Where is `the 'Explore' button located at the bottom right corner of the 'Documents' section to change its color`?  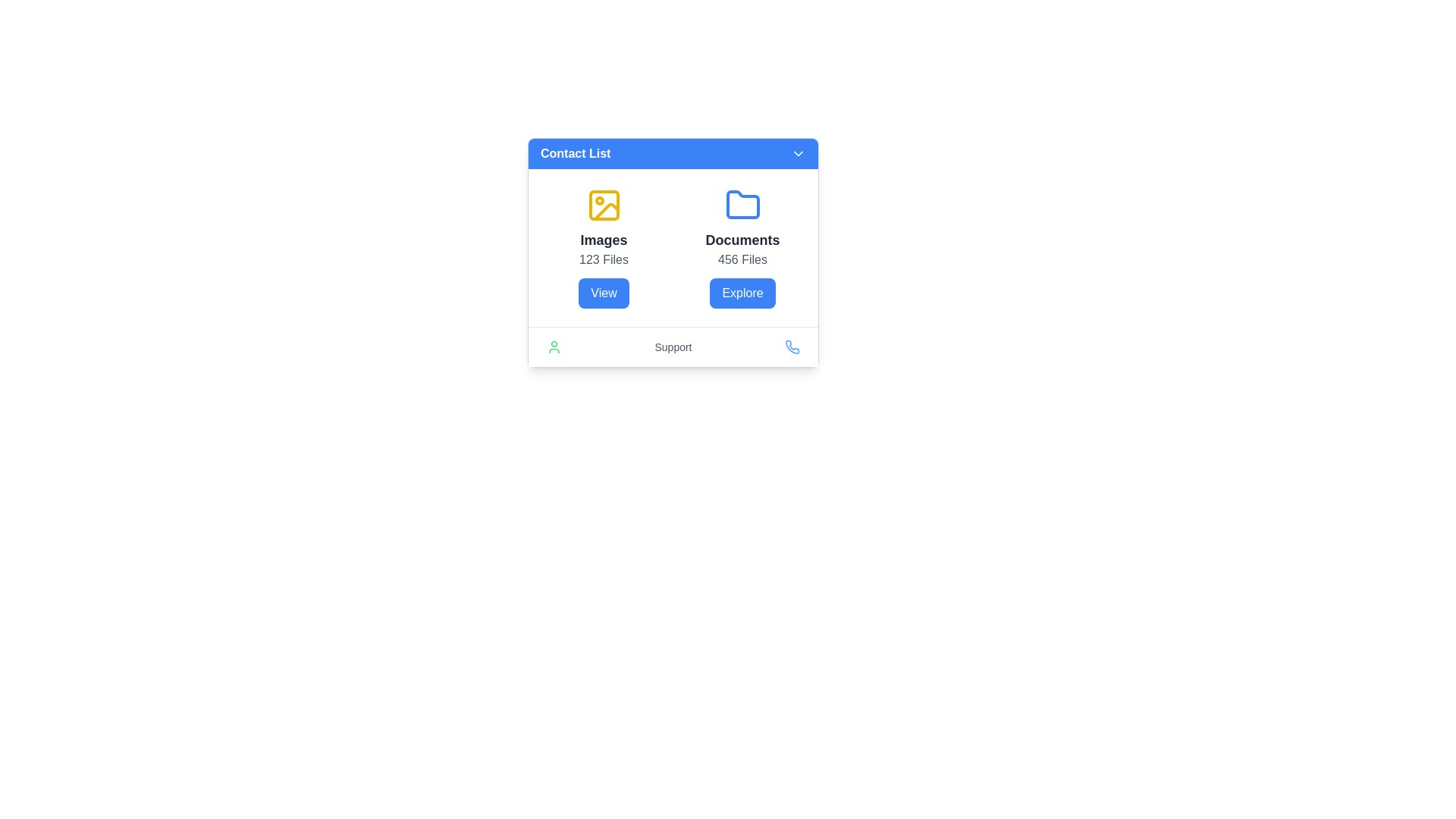 the 'Explore' button located at the bottom right corner of the 'Documents' section to change its color is located at coordinates (742, 293).